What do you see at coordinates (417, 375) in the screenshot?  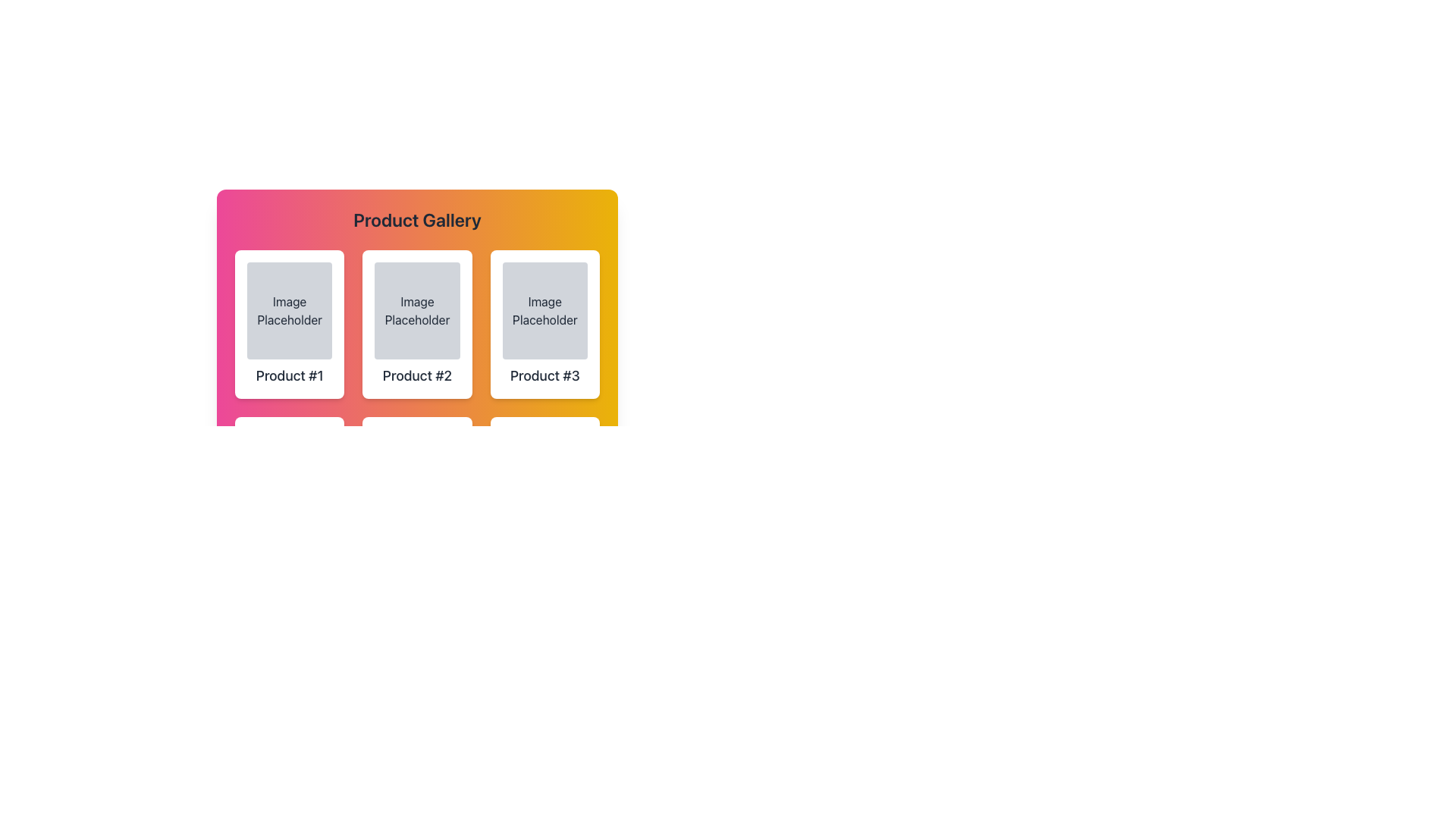 I see `the Text Label that identifies the product in the second product card, which is located below the centered image placeholder` at bounding box center [417, 375].